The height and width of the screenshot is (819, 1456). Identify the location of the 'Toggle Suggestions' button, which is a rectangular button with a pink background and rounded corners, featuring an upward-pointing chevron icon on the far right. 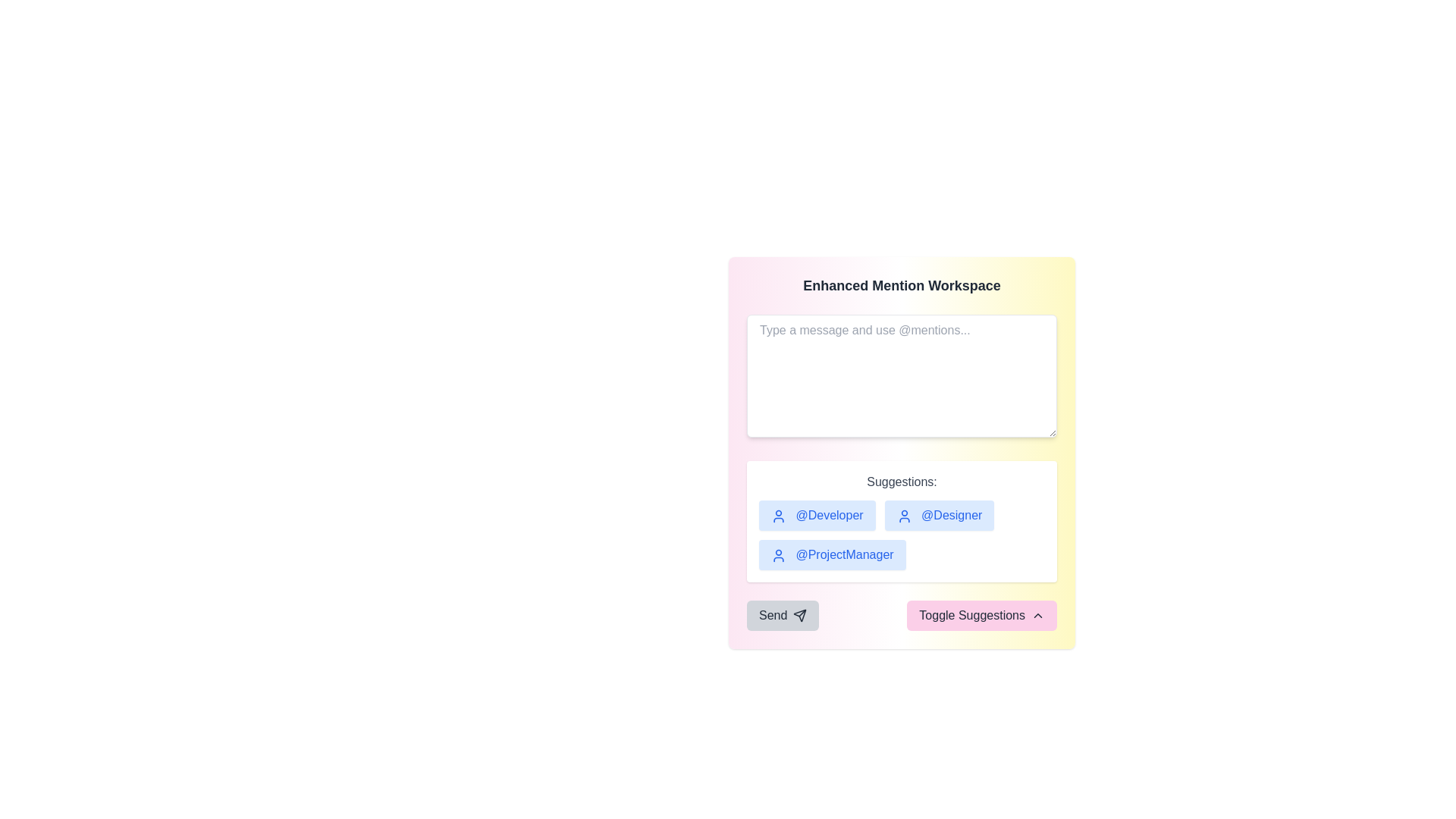
(982, 616).